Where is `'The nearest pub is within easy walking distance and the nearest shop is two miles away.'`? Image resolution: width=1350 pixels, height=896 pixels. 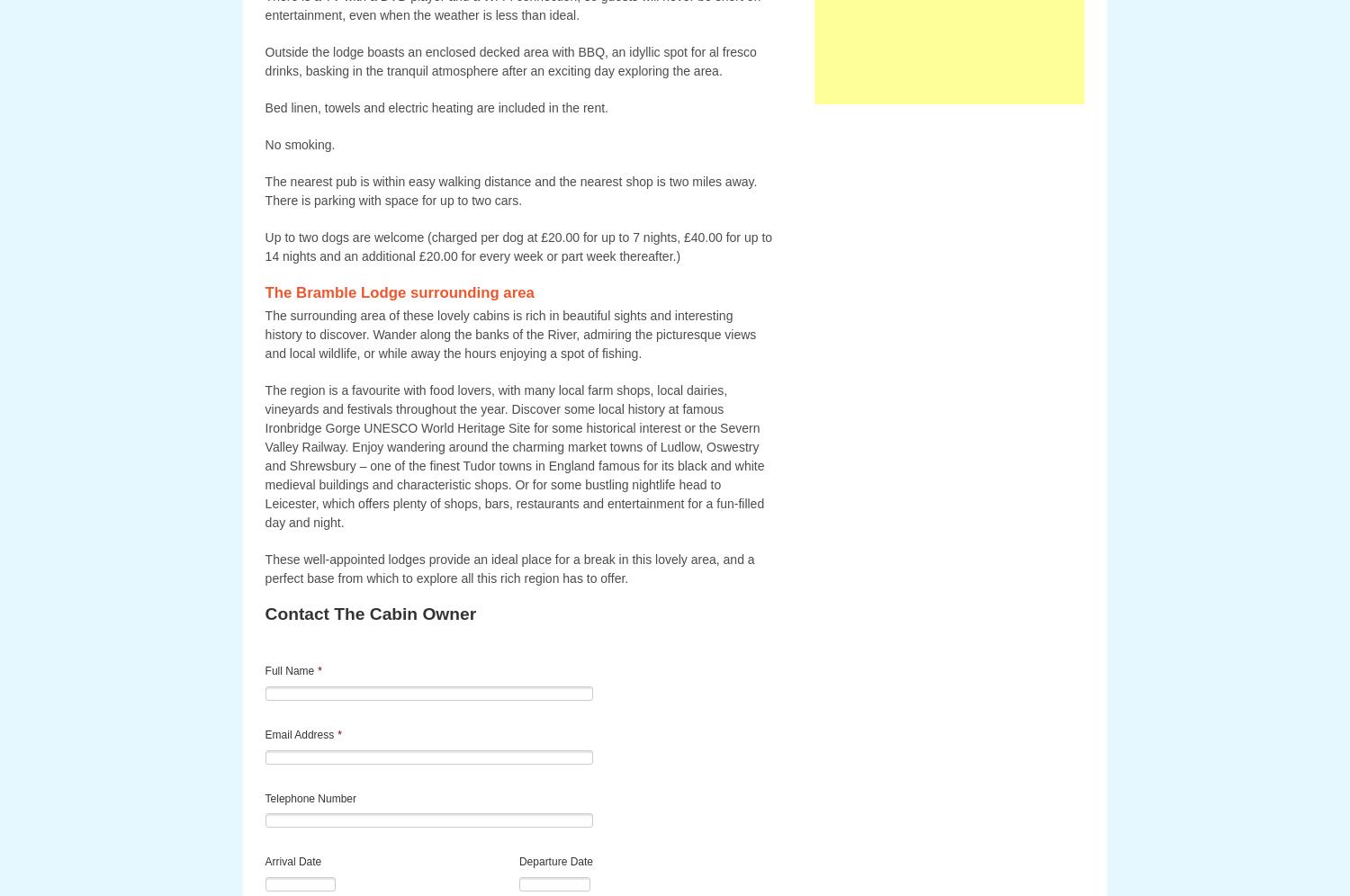 'The nearest pub is within easy walking distance and the nearest shop is two miles away.' is located at coordinates (509, 181).